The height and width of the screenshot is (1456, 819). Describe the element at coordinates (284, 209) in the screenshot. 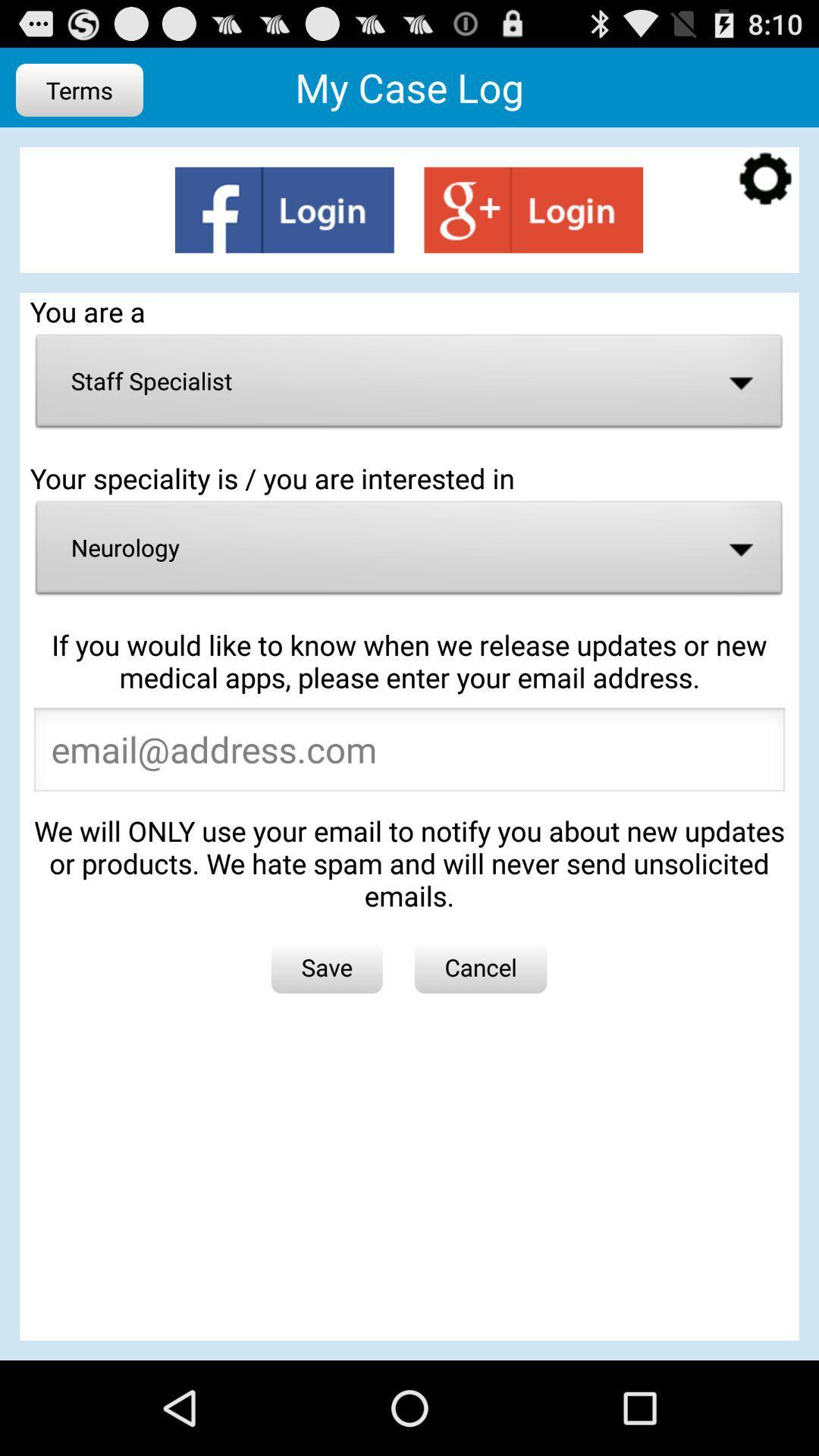

I see `facebook` at that location.